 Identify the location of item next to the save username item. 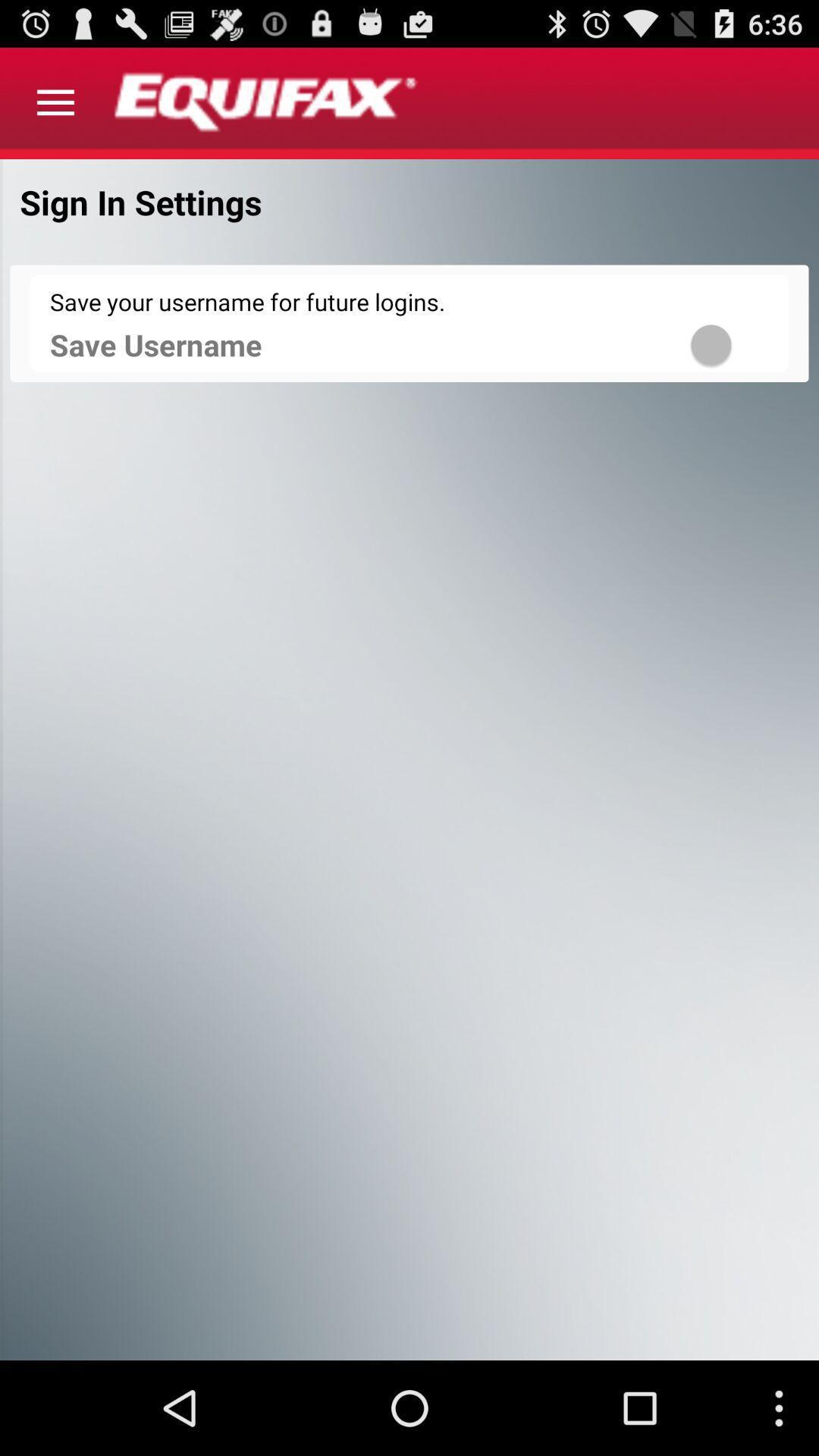
(730, 344).